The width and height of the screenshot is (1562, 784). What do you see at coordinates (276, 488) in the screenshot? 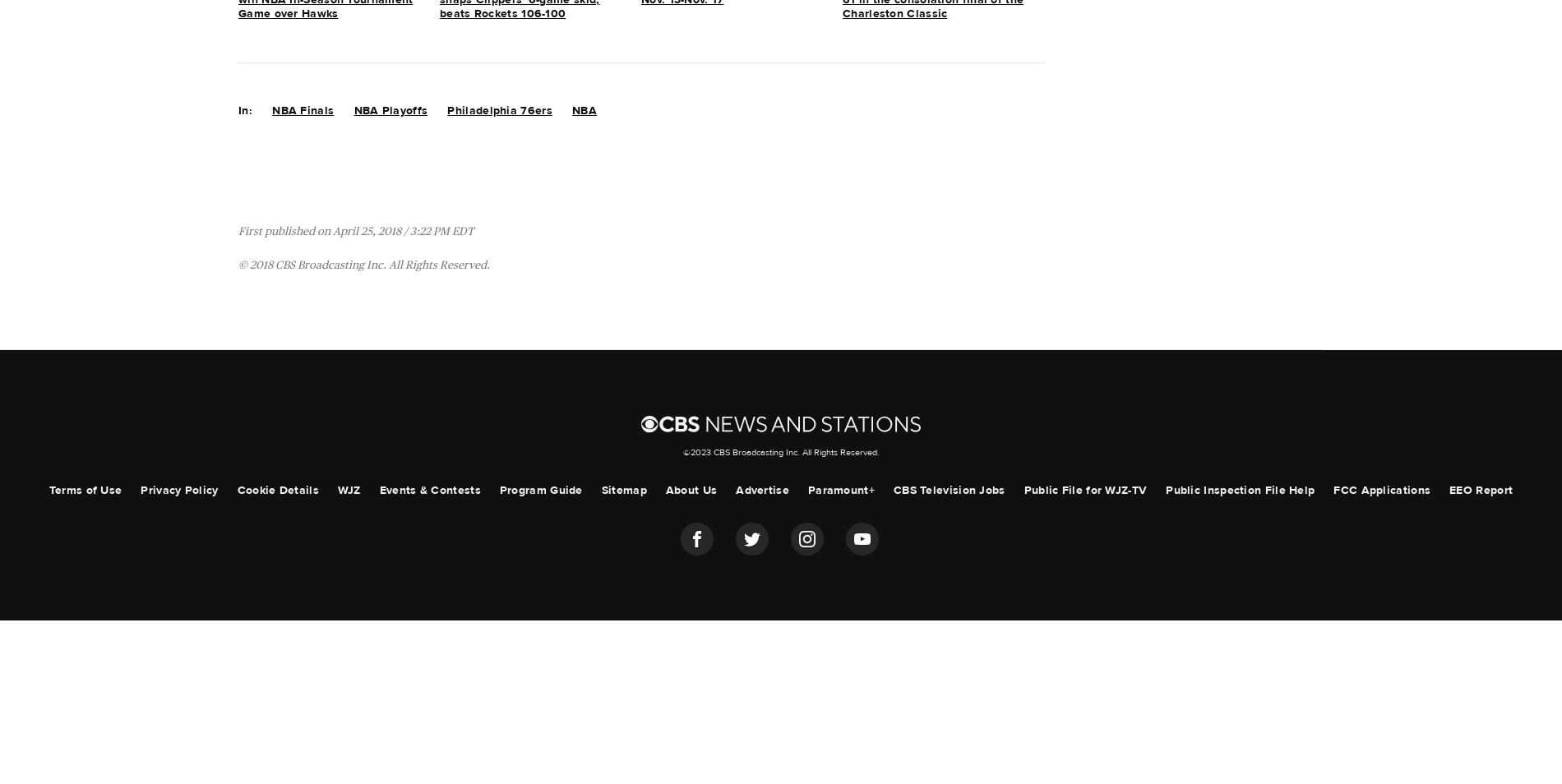
I see `'Cookie Details'` at bounding box center [276, 488].